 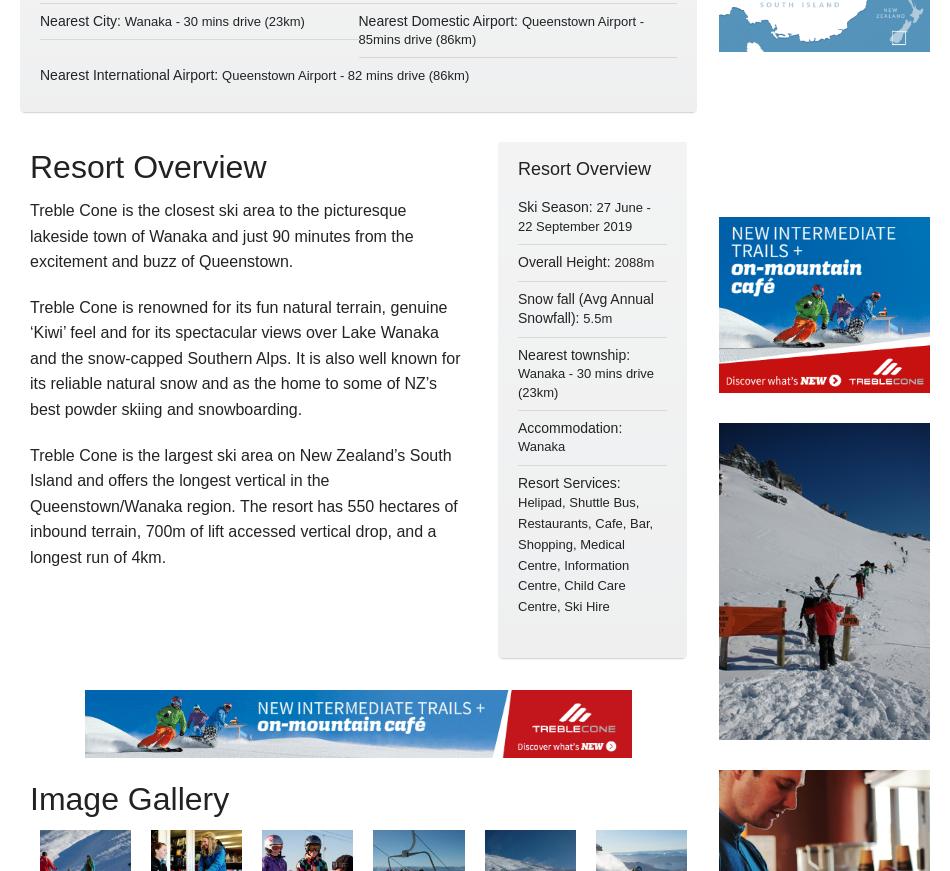 What do you see at coordinates (242, 505) in the screenshot?
I see `'Treble Cone is the largest ski area on New Zealand’s South Island and offers the longest vertical in the Queenstown/Wanaka region. The resort has 550 hectares of inbound terrain, 700m of lift accessed vertical drop, and a longest run of 4km.'` at bounding box center [242, 505].